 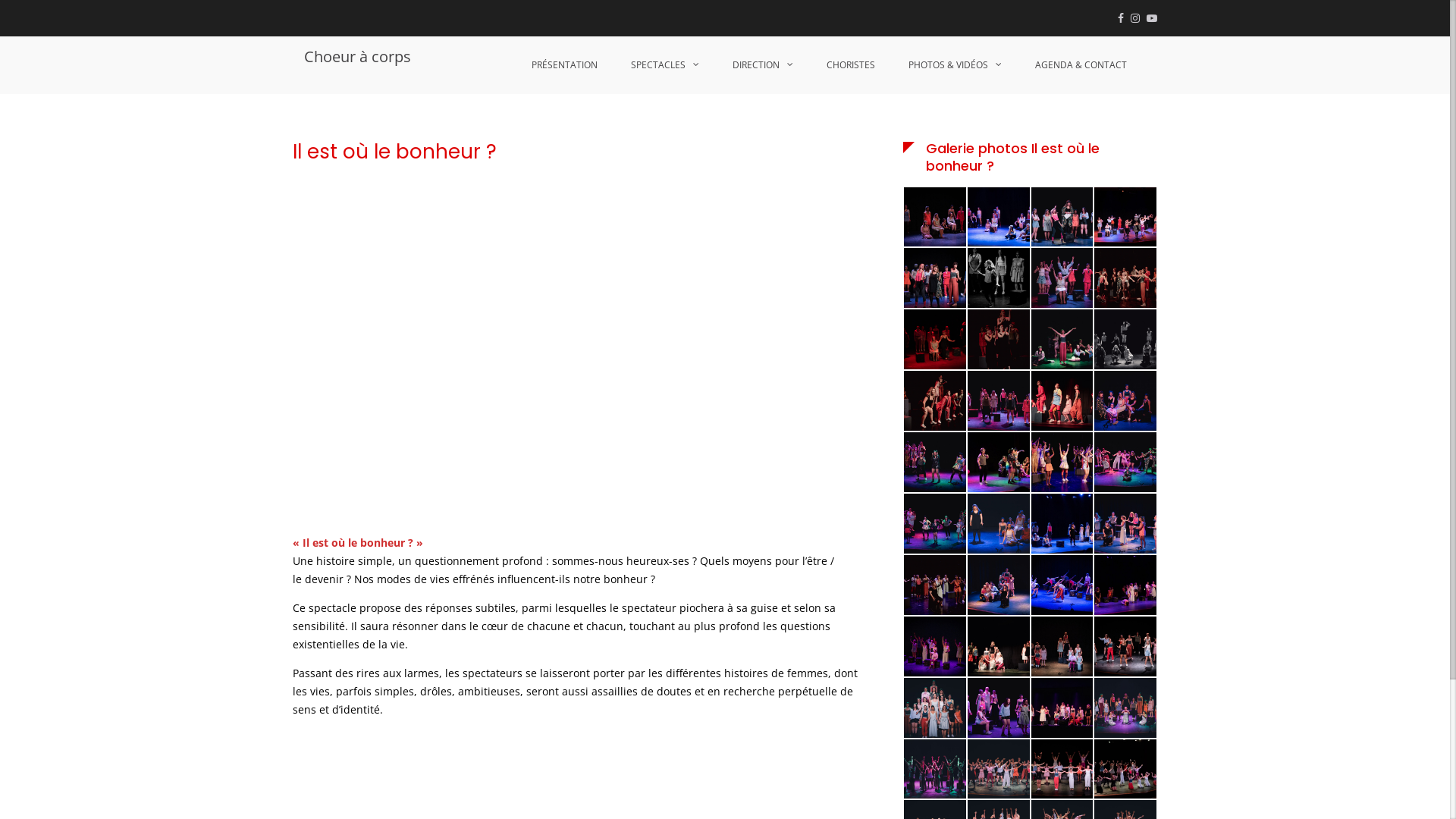 What do you see at coordinates (1080, 64) in the screenshot?
I see `'AGENDA & CONTACT'` at bounding box center [1080, 64].